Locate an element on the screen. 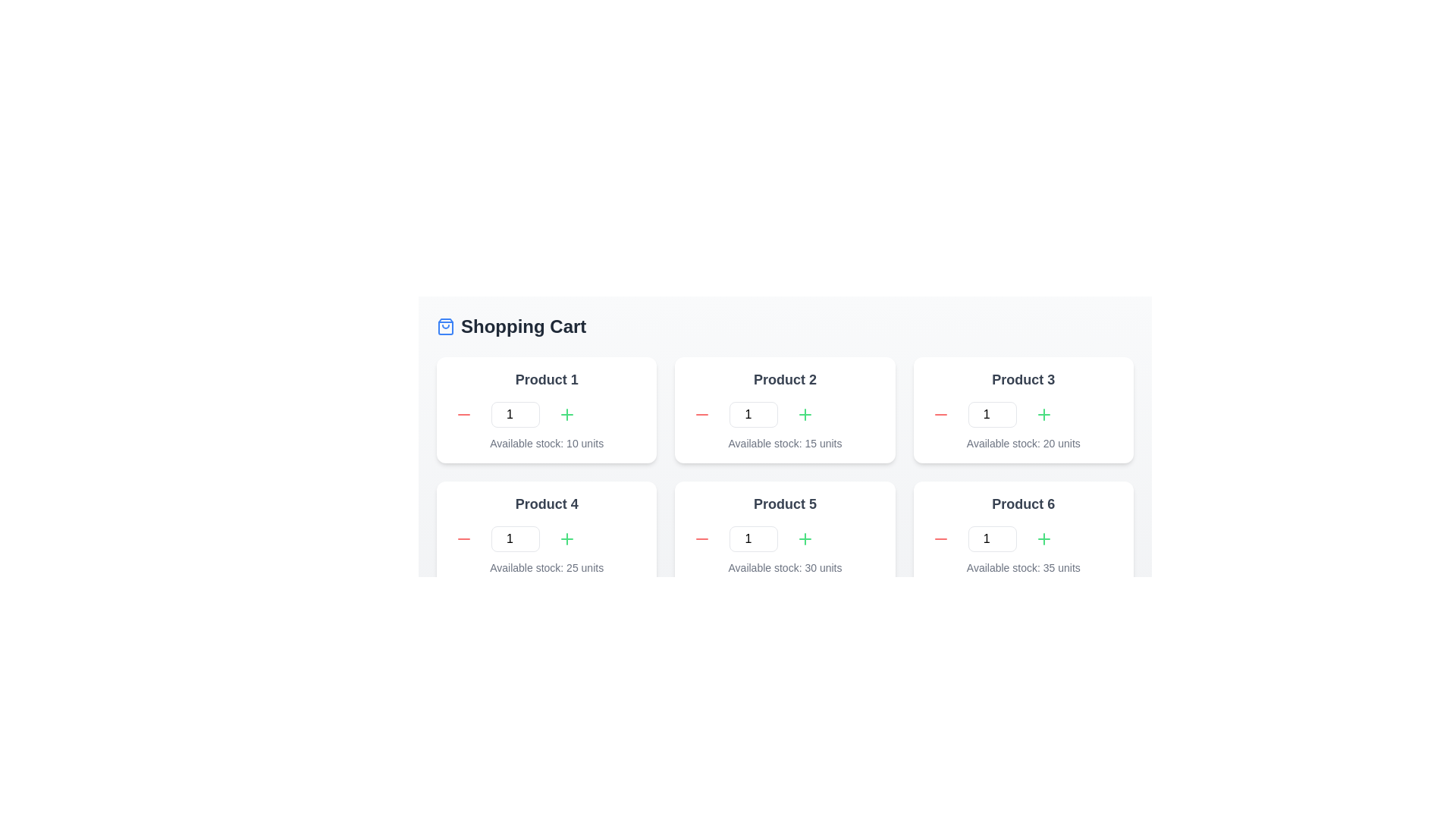 The width and height of the screenshot is (1456, 819). the static text label that informs users about the available stock quantity for 'Product 6' is located at coordinates (1023, 567).